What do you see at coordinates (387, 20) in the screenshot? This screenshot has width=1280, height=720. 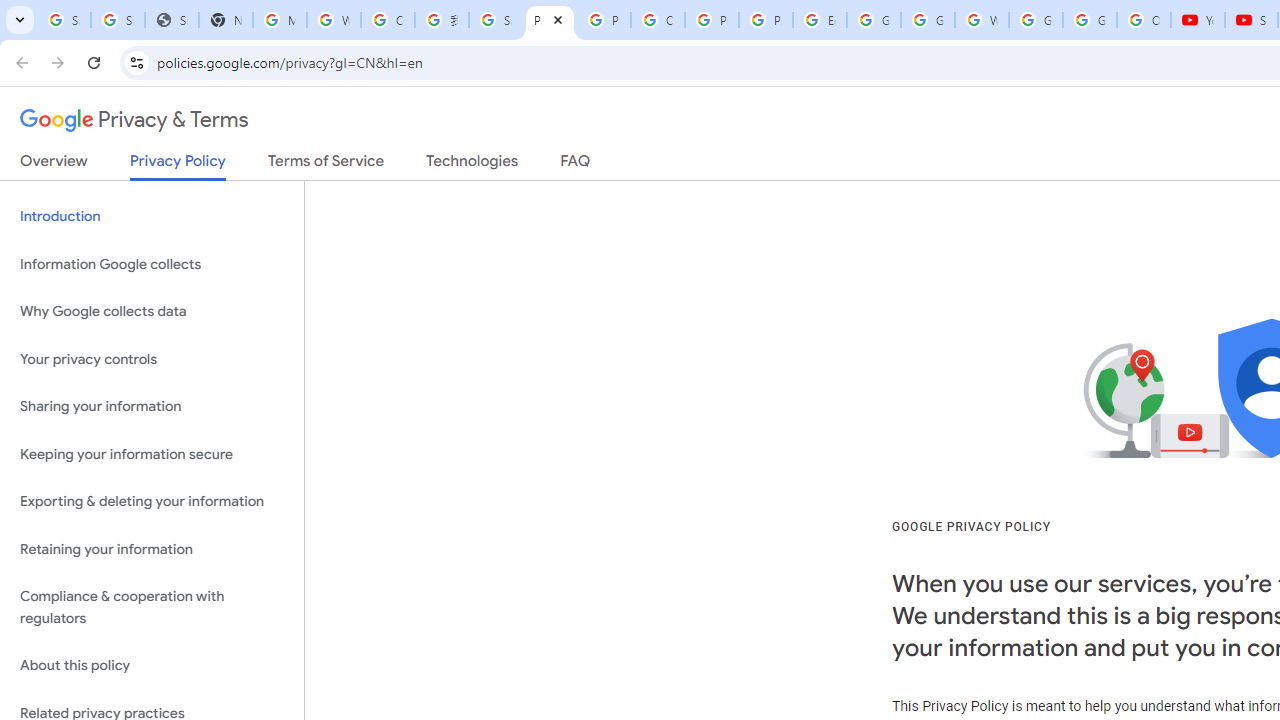 I see `'Create your Google Account'` at bounding box center [387, 20].